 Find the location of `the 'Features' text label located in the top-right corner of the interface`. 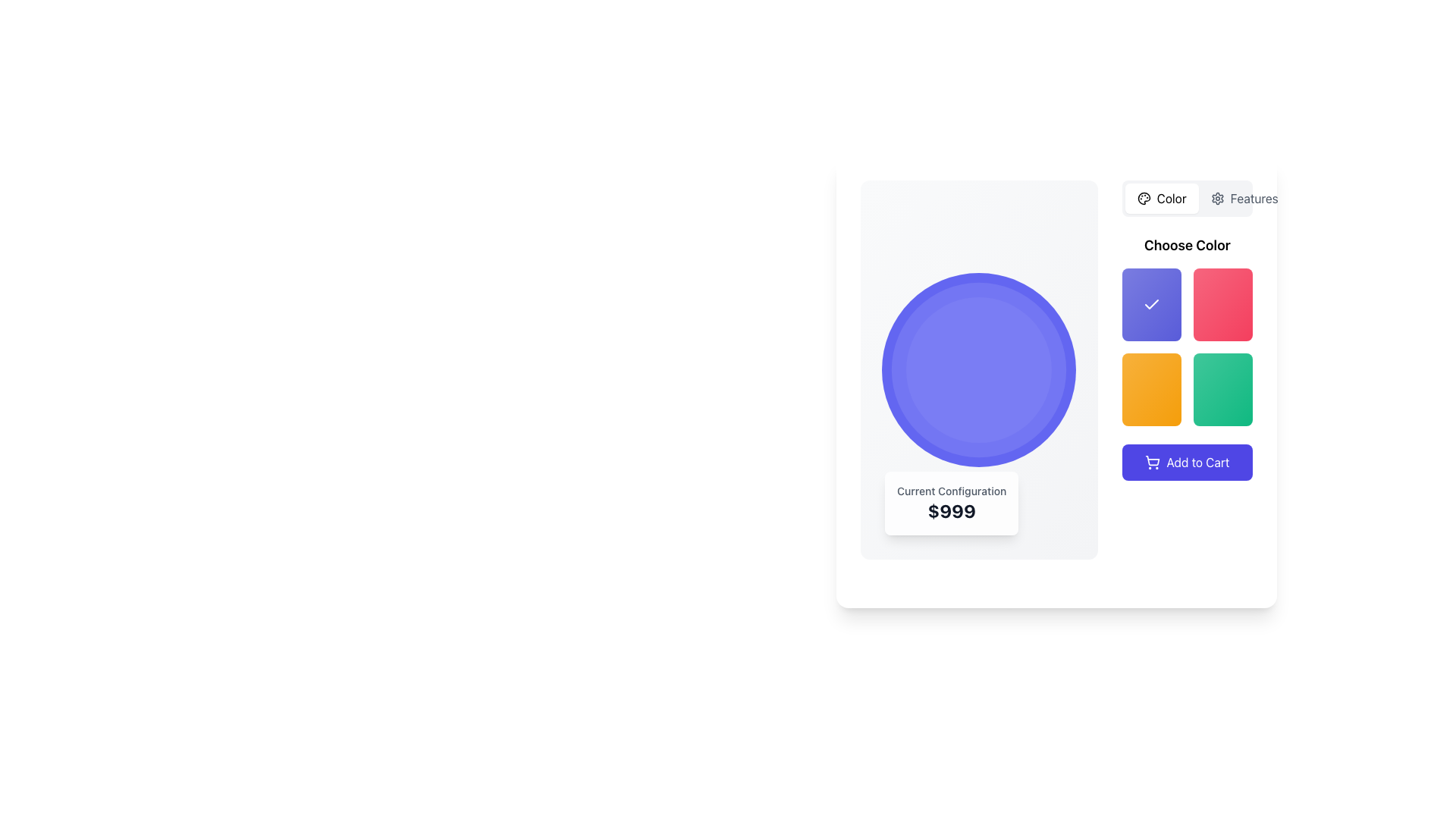

the 'Features' text label located in the top-right corner of the interface is located at coordinates (1254, 198).